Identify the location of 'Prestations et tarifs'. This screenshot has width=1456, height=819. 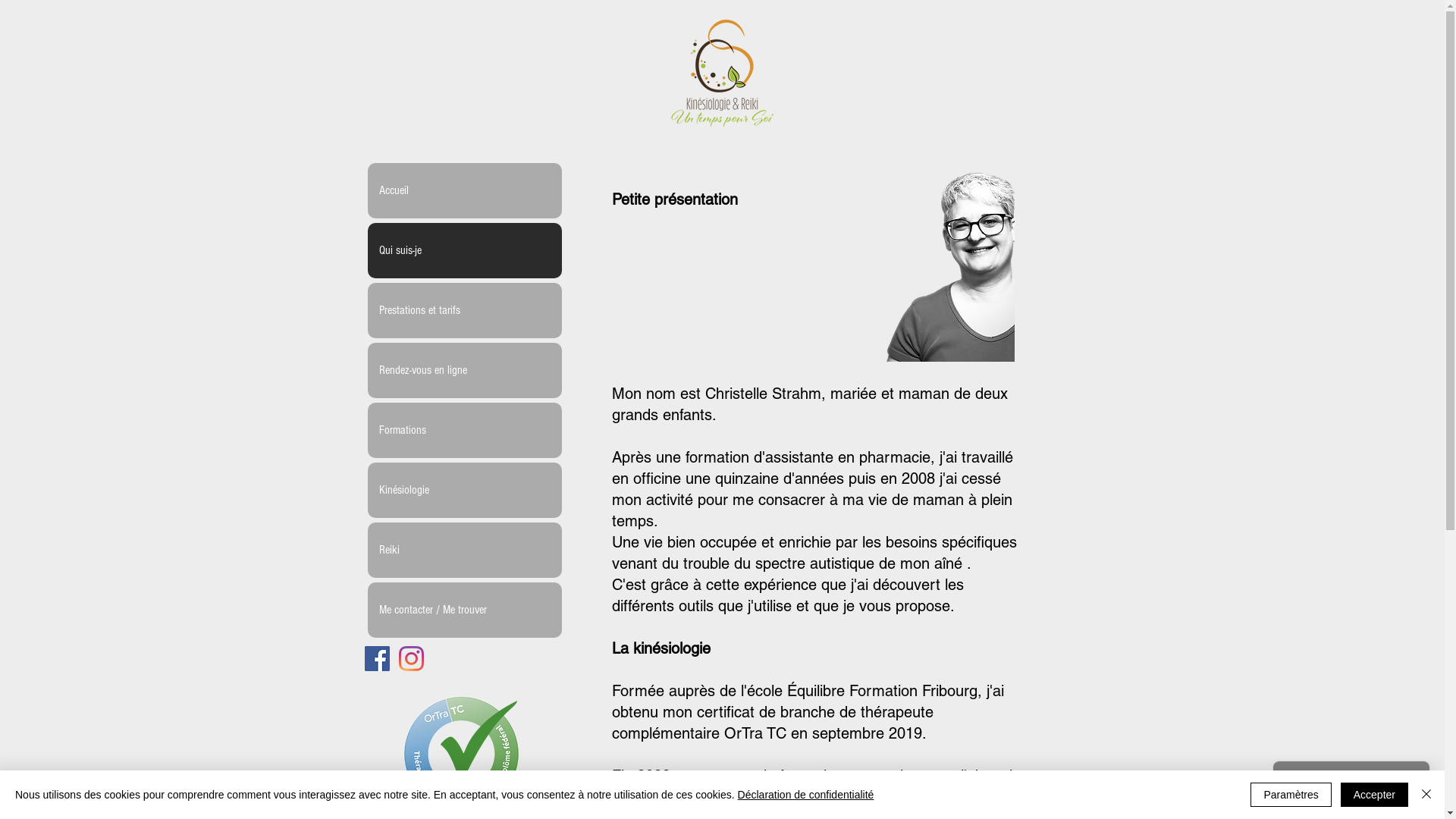
(463, 309).